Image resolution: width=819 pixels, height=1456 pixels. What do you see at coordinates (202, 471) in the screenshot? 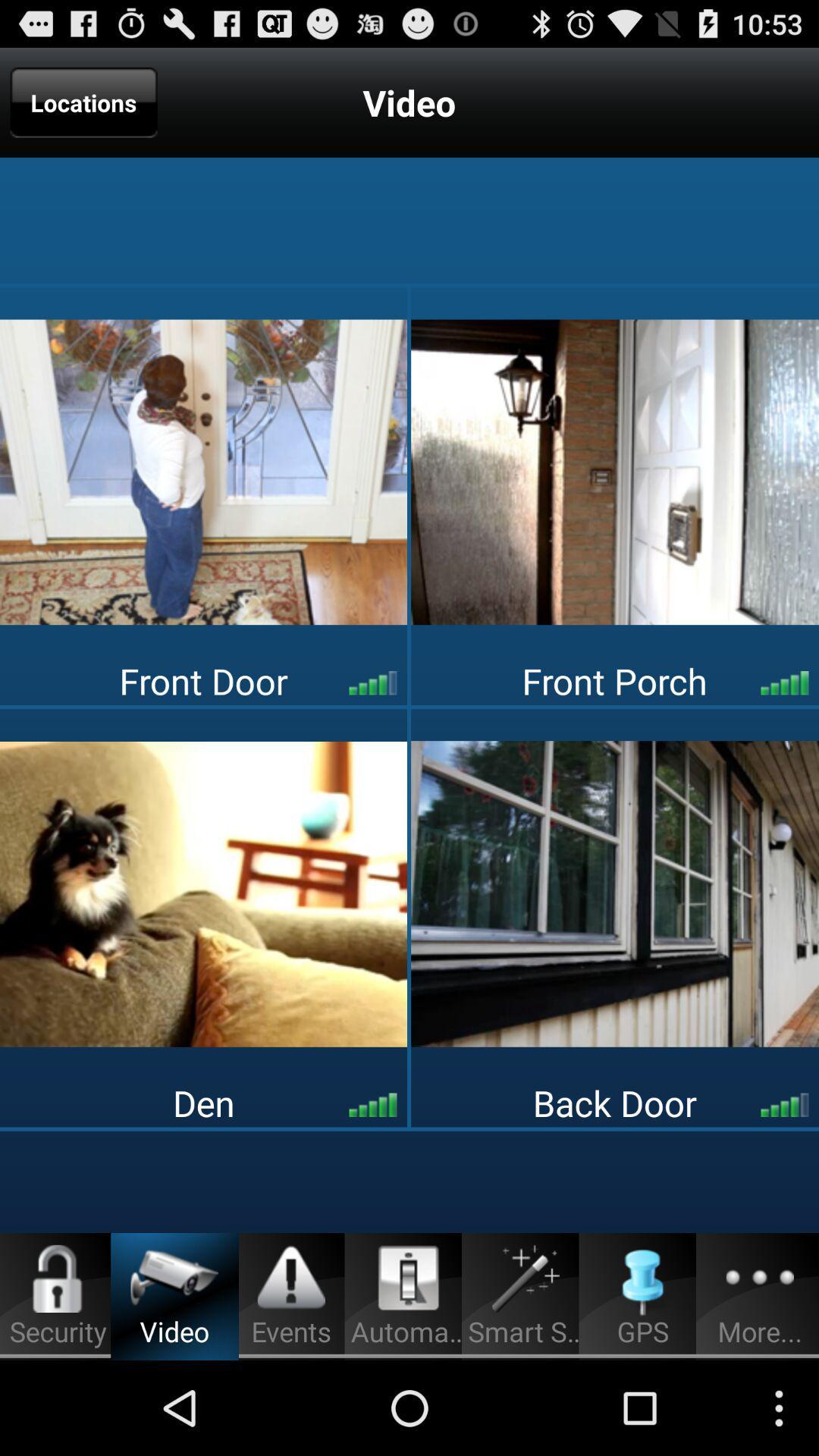
I see `switch to front door view` at bounding box center [202, 471].